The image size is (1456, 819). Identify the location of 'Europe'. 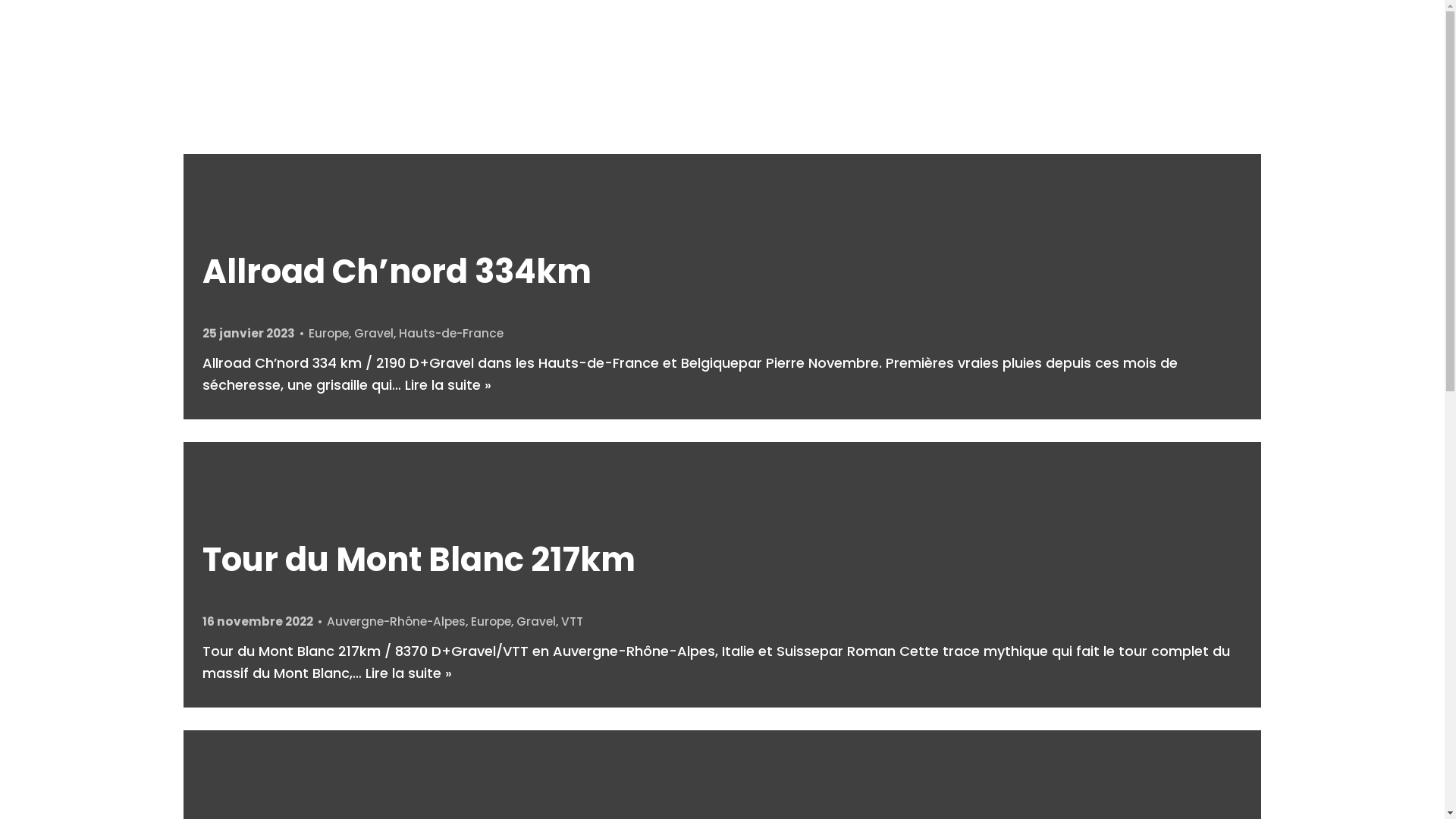
(491, 621).